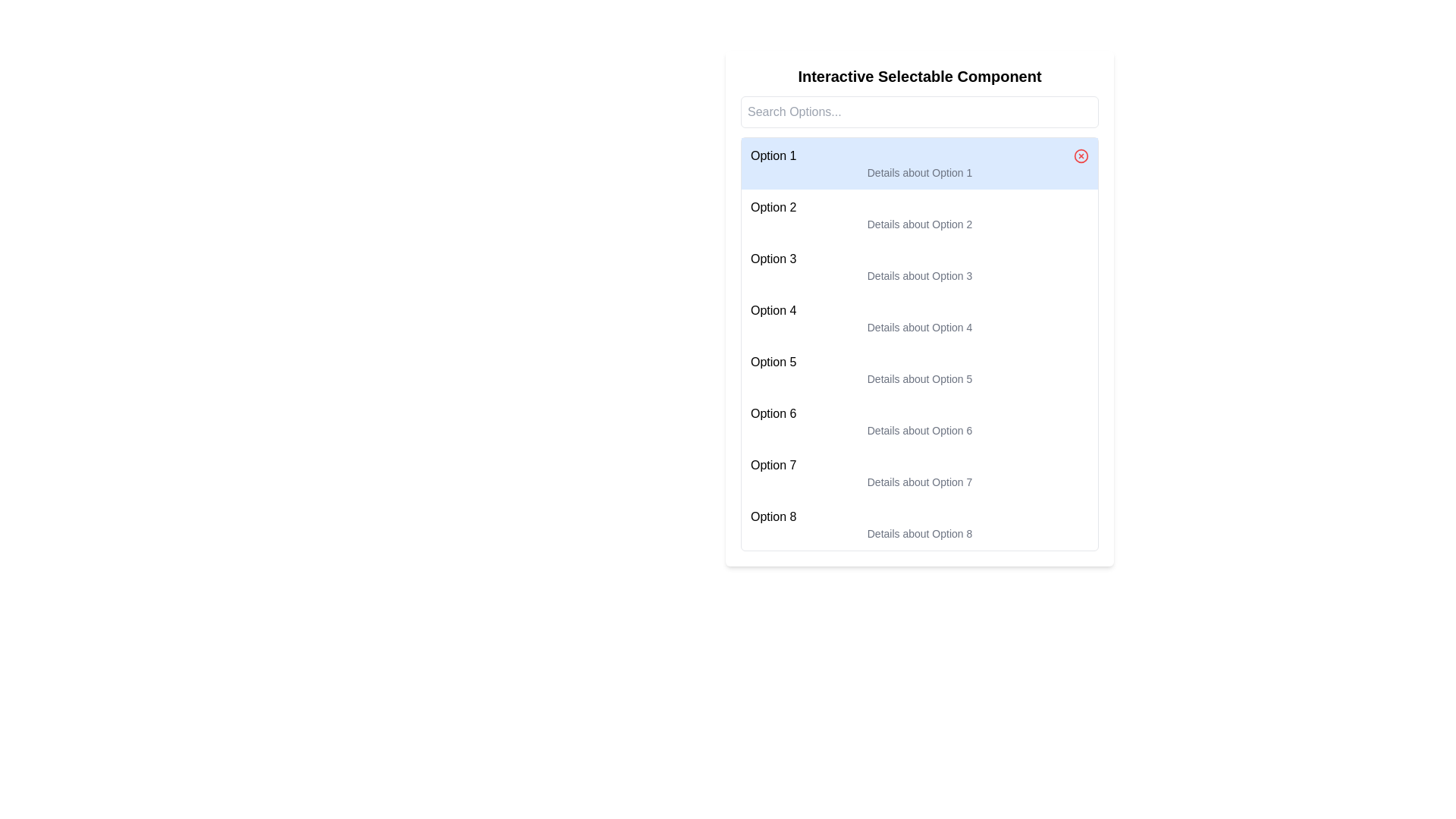 Image resolution: width=1456 pixels, height=819 pixels. I want to click on the search input box with the placeholder 'Search Options...', so click(919, 111).